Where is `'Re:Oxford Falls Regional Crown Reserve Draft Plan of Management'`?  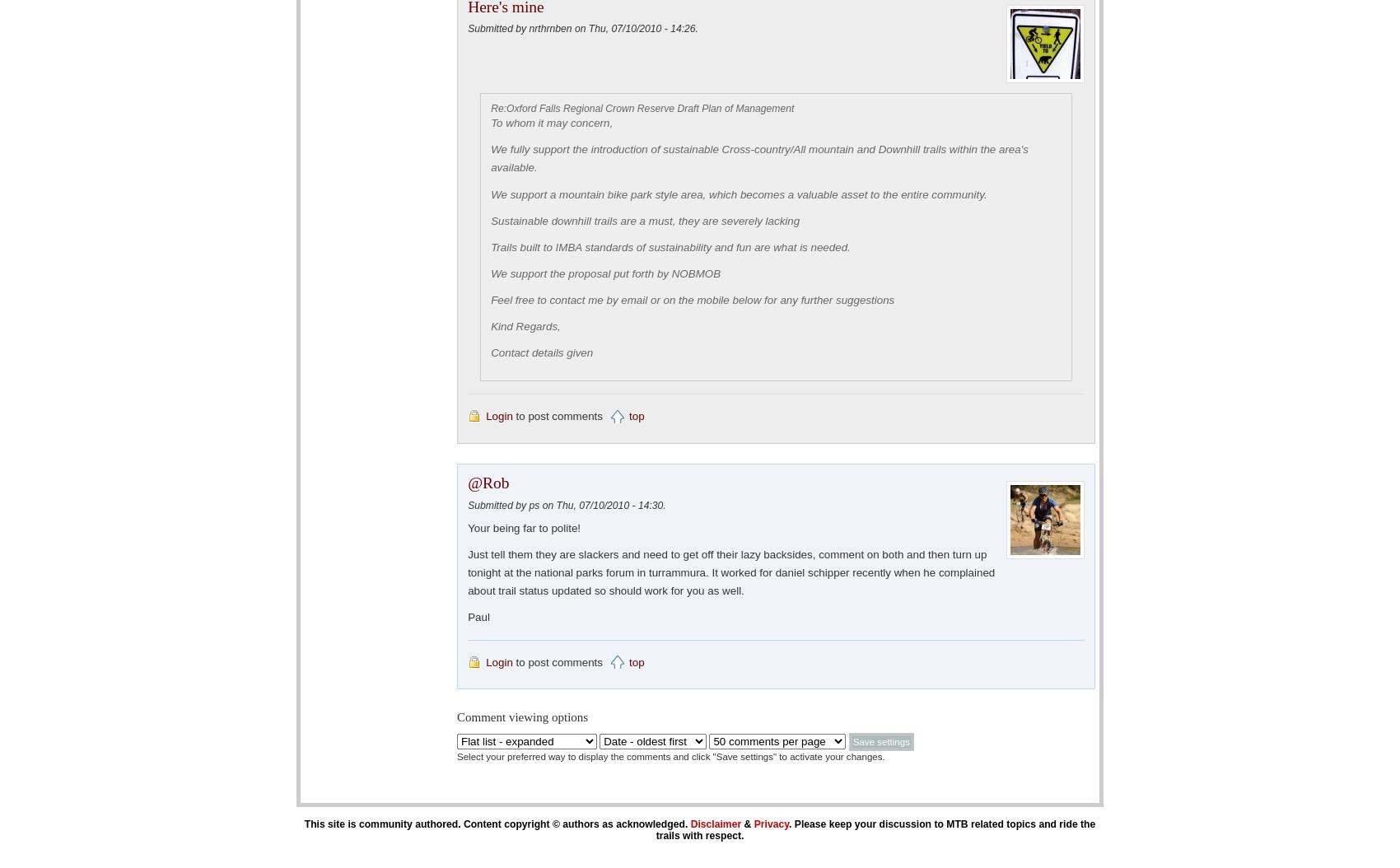
'Re:Oxford Falls Regional Crown Reserve Draft Plan of Management' is located at coordinates (641, 108).